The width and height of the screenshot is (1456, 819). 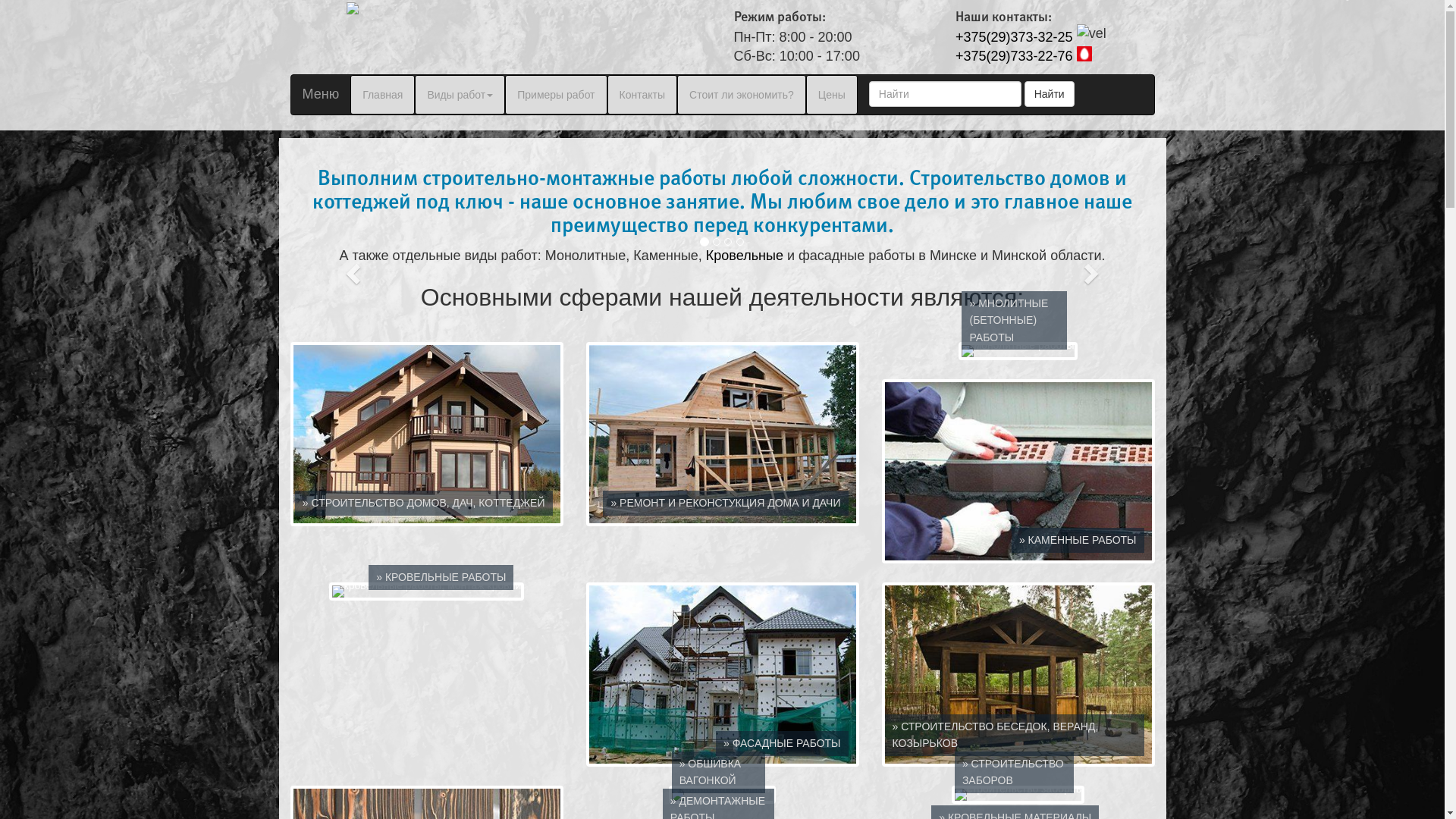 What do you see at coordinates (1014, 55) in the screenshot?
I see `'+375(29)733-22-76'` at bounding box center [1014, 55].